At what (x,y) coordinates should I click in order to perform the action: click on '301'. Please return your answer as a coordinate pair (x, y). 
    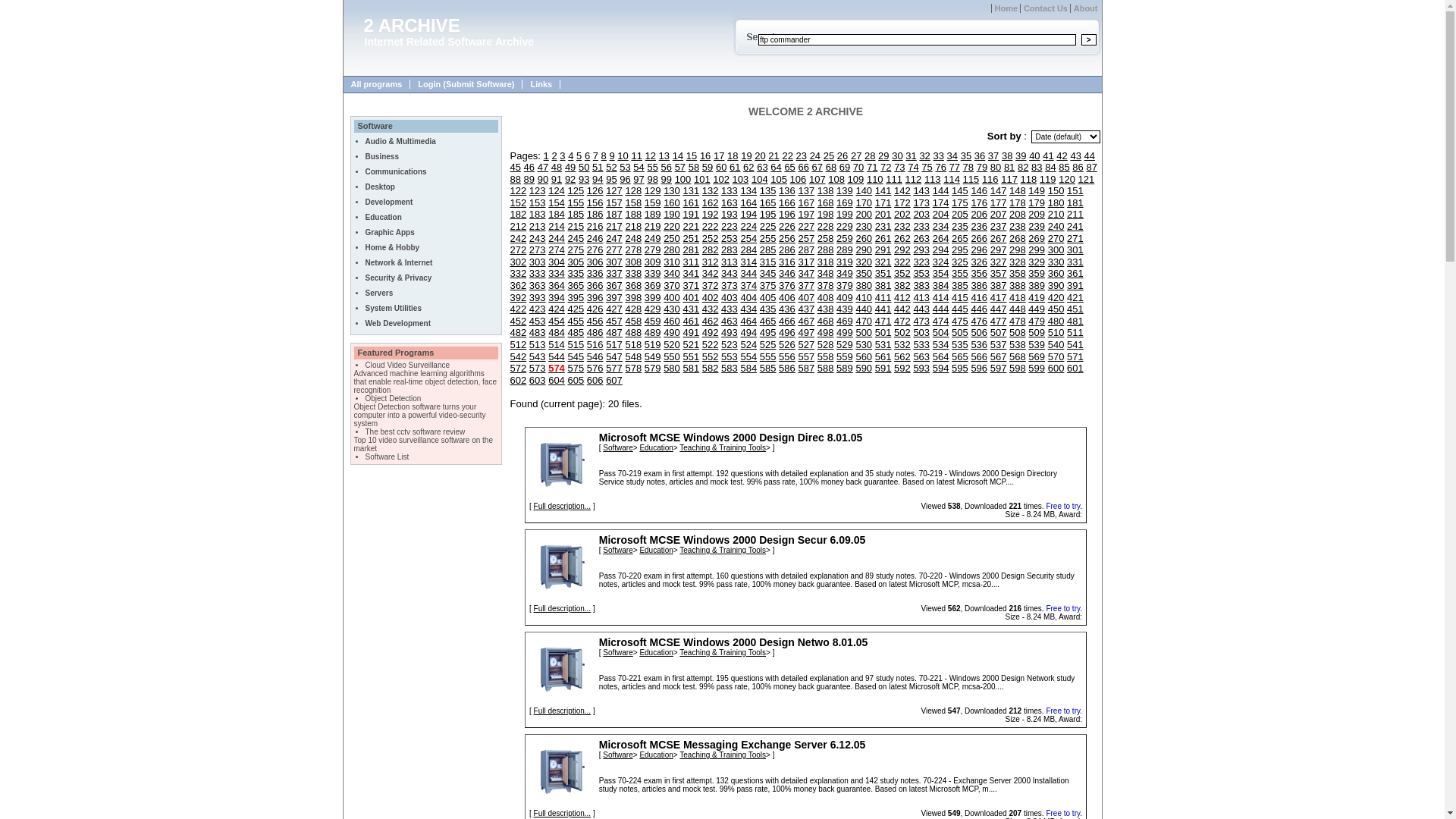
    Looking at the image, I should click on (1065, 249).